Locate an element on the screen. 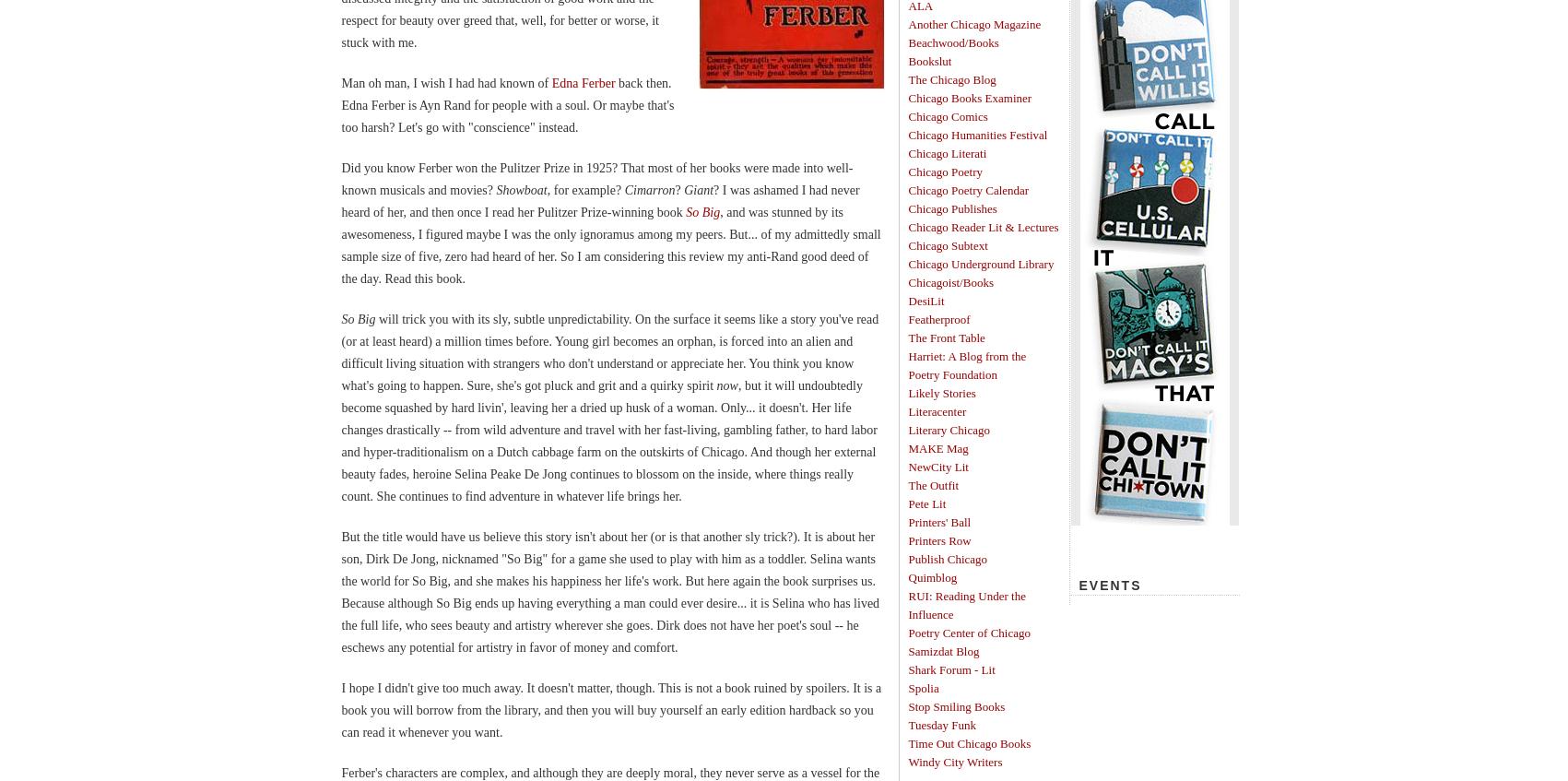 This screenshot has height=781, width=1568. 'Stop Smiling Books' is located at coordinates (908, 705).